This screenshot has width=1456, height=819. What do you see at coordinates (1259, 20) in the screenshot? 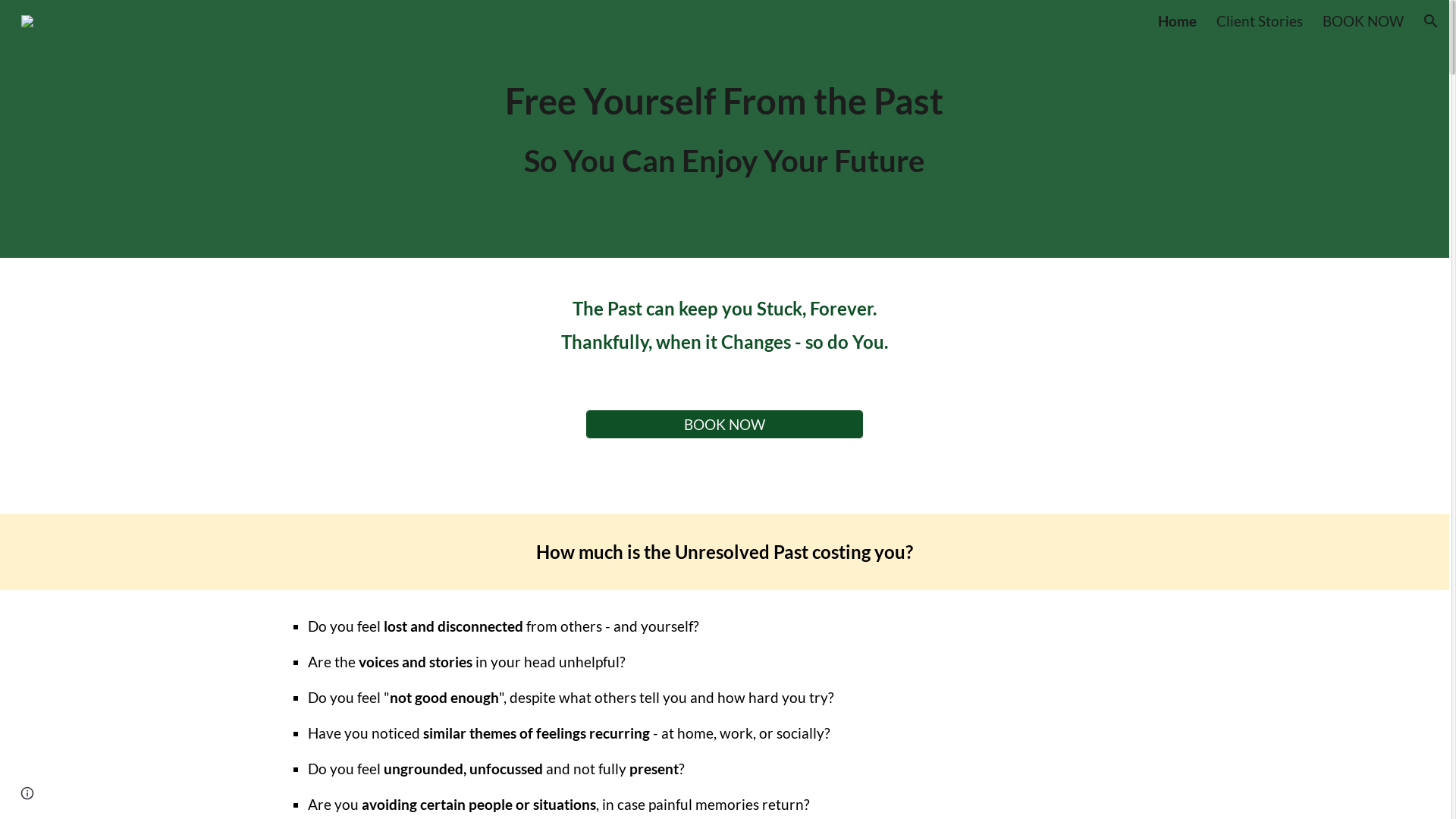
I see `'Client Stories'` at bounding box center [1259, 20].